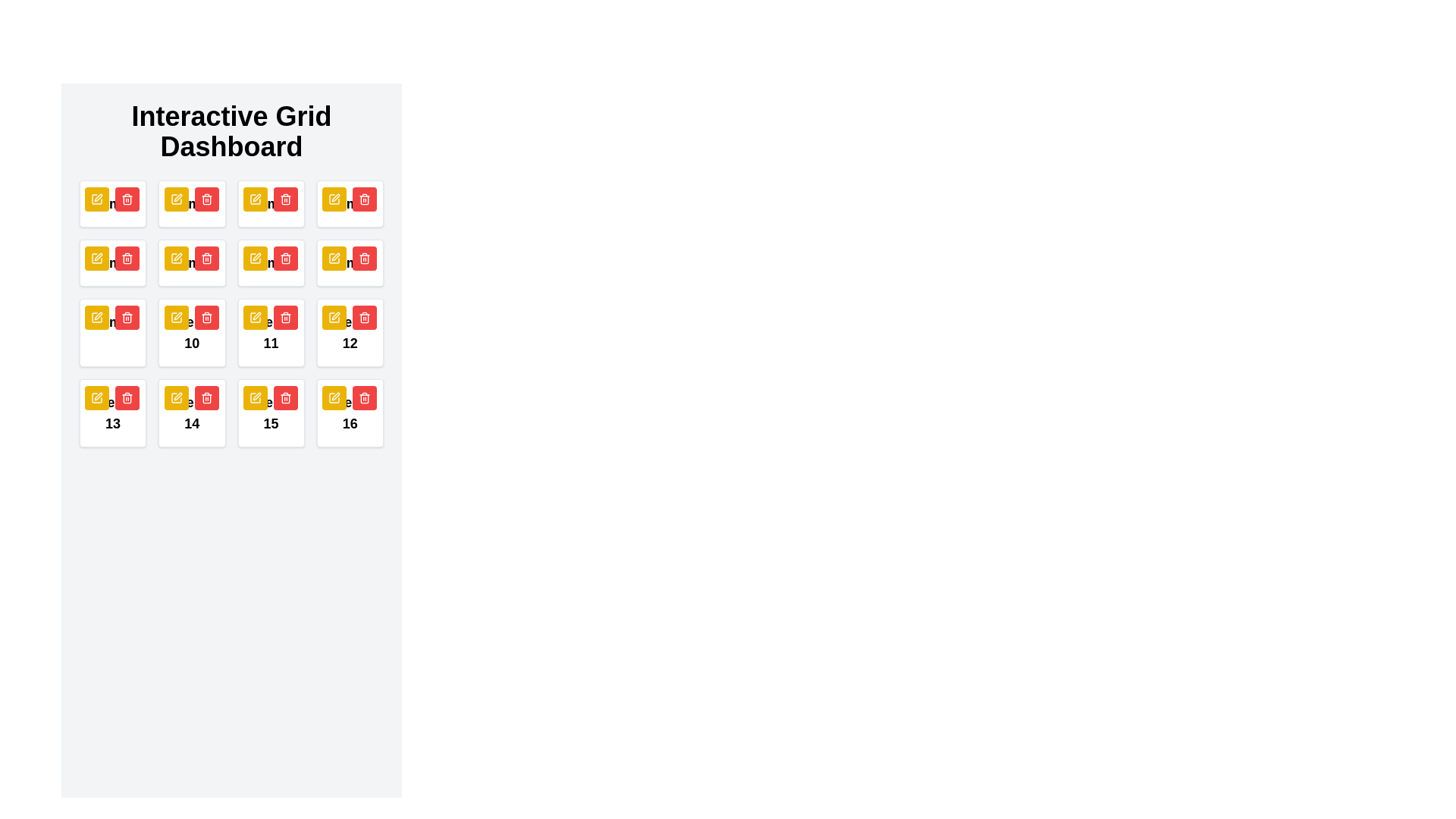 Image resolution: width=1456 pixels, height=819 pixels. What do you see at coordinates (96, 257) in the screenshot?
I see `the yellow button with a white edit icon located in the top-left corner of the card labeled '5'` at bounding box center [96, 257].